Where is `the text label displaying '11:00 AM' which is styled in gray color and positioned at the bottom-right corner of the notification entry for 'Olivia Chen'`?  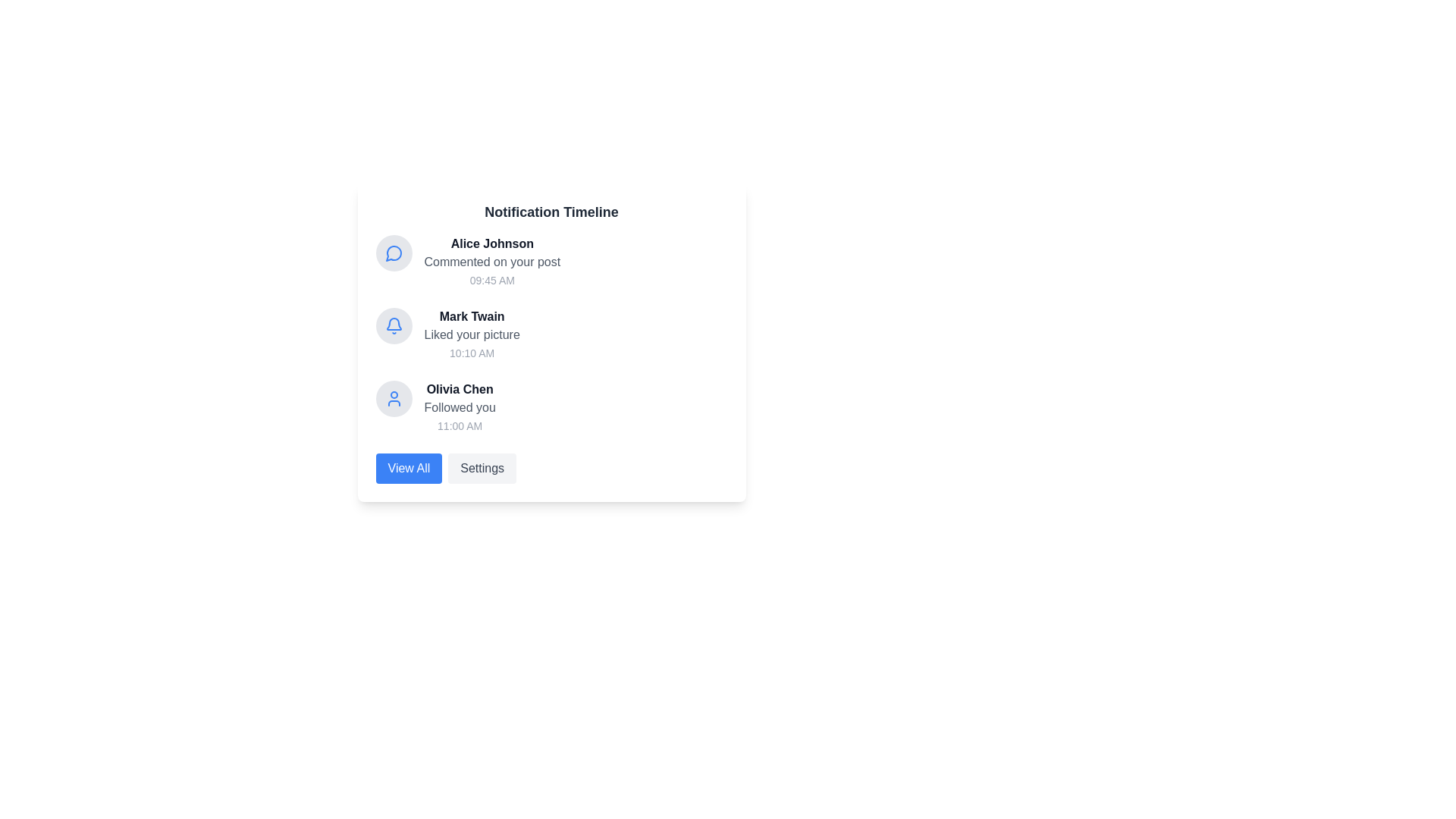 the text label displaying '11:00 AM' which is styled in gray color and positioned at the bottom-right corner of the notification entry for 'Olivia Chen' is located at coordinates (459, 426).